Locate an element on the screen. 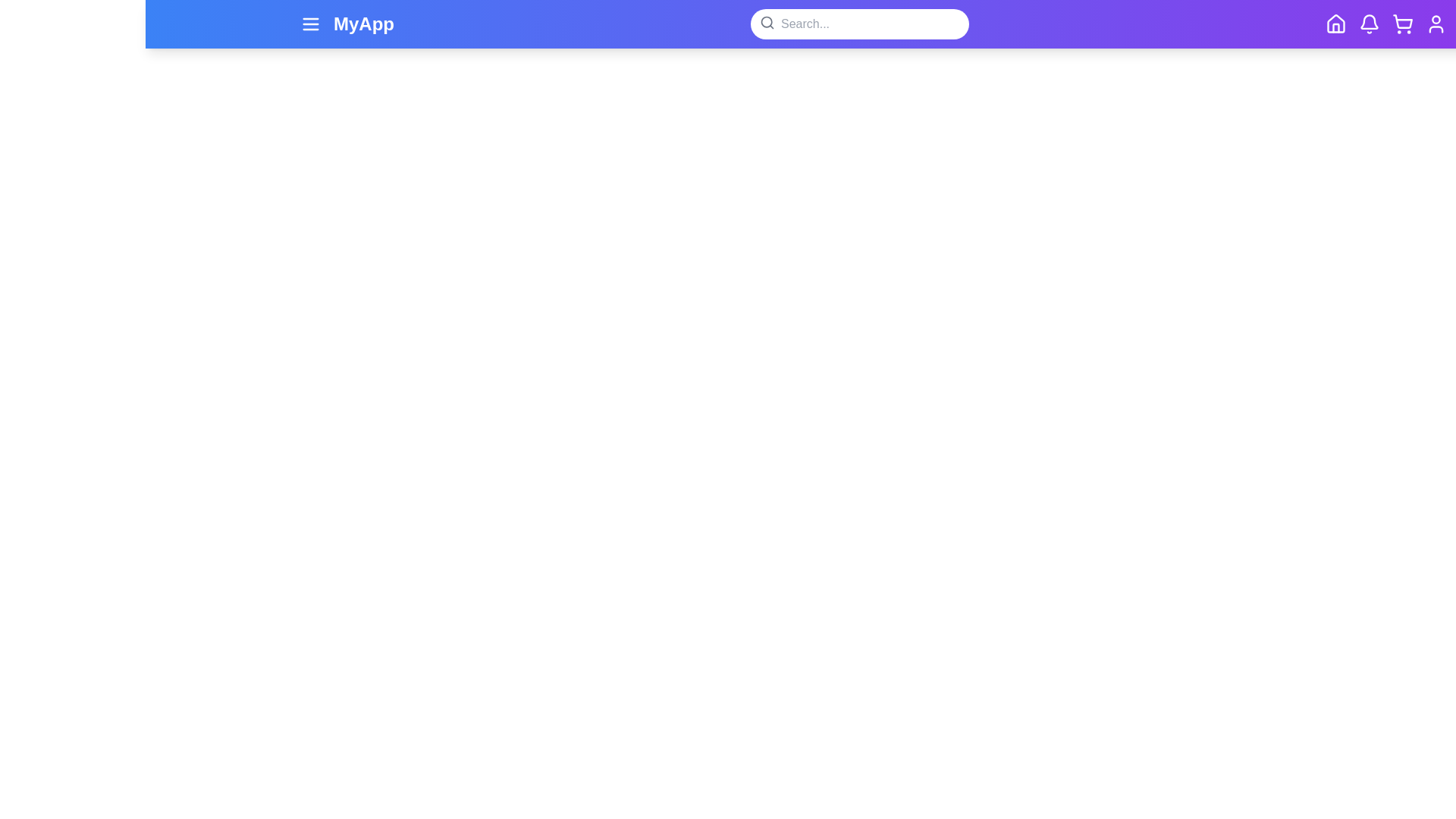  the app title text 'MyApp' displayed in the app bar is located at coordinates (364, 24).